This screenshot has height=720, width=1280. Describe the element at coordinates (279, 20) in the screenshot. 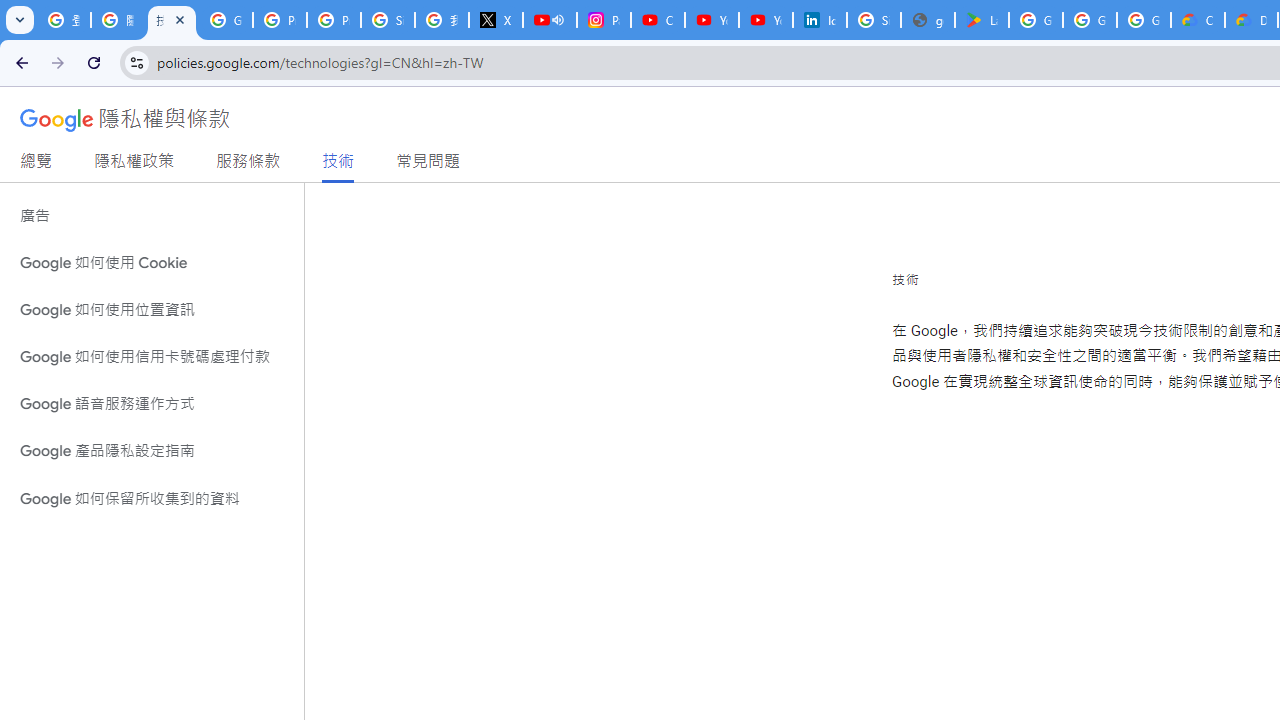

I see `'Privacy Help Center - Policies Help'` at that location.